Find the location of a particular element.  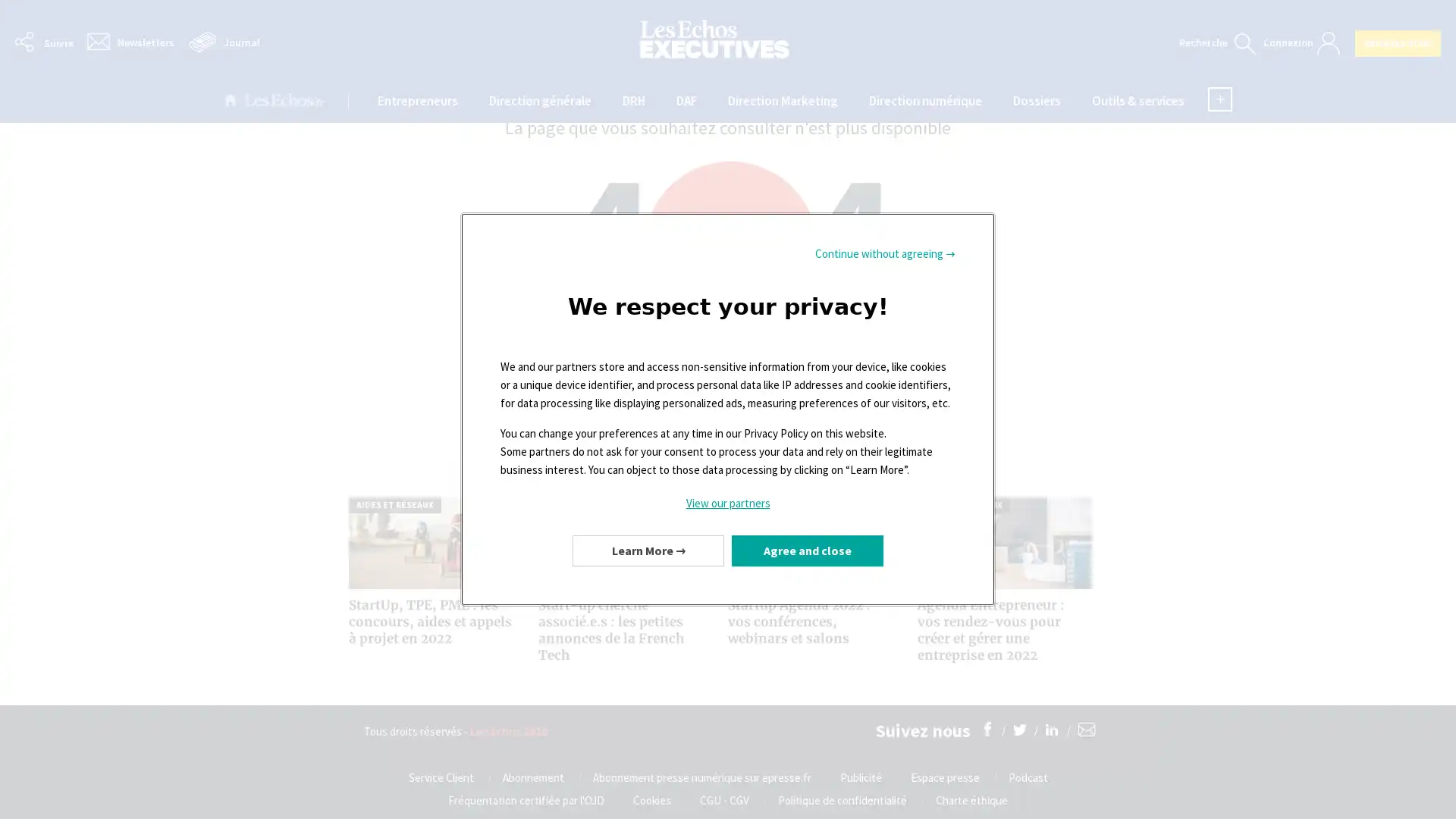

Agree to our data processing and close is located at coordinates (807, 550).